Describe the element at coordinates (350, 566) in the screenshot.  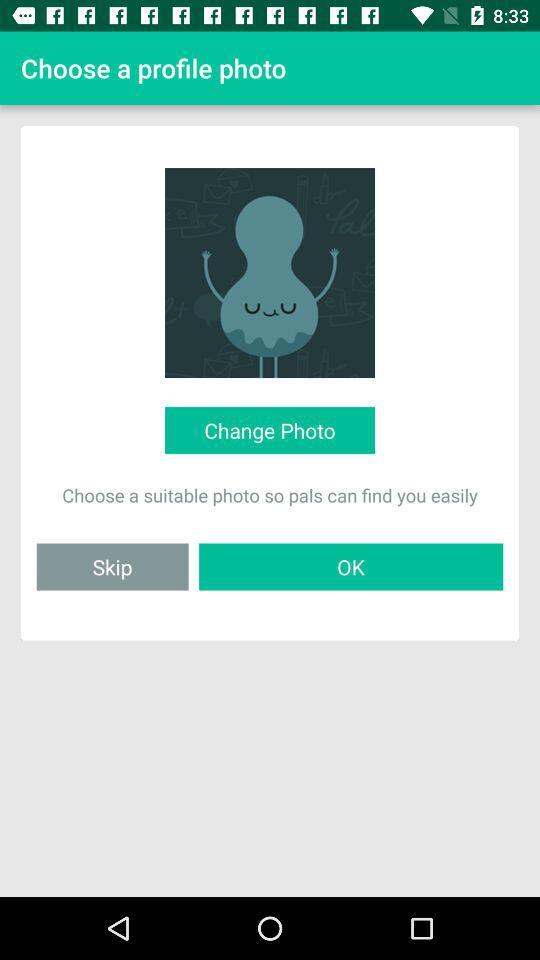
I see `item to the right of the skip` at that location.